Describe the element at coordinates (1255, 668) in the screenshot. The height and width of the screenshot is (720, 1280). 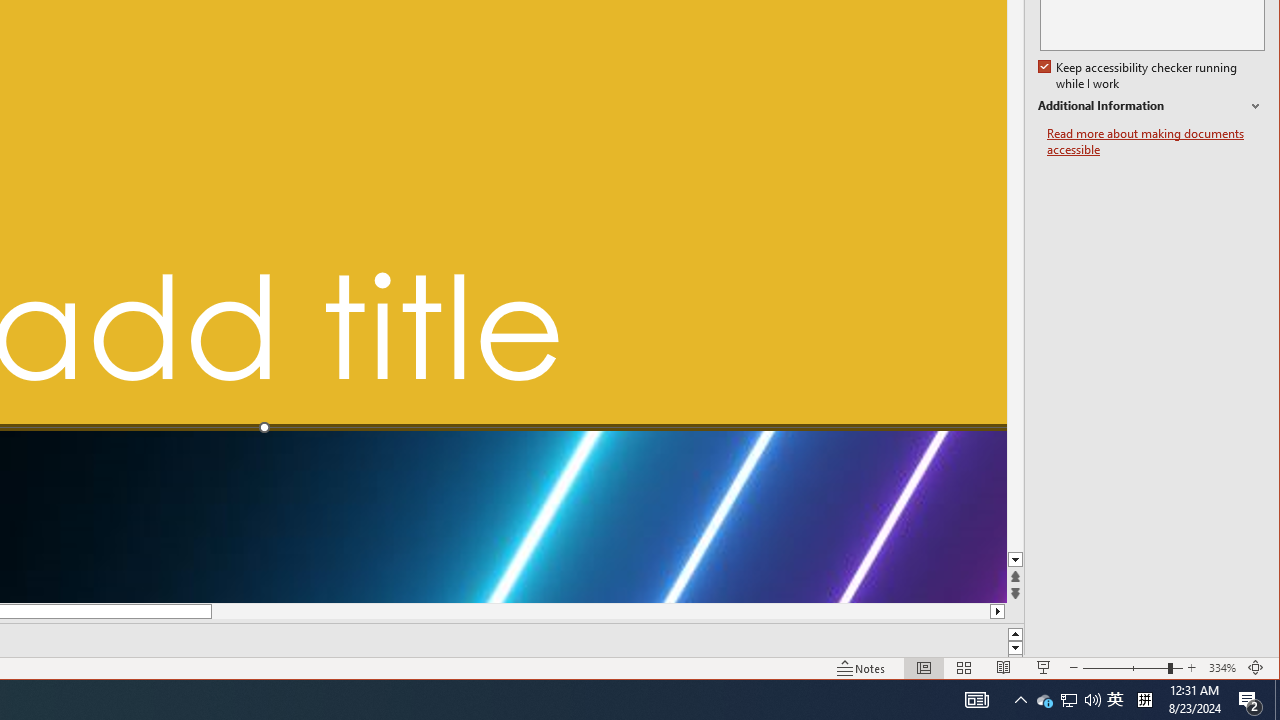
I see `'Zoom to Fit '` at that location.